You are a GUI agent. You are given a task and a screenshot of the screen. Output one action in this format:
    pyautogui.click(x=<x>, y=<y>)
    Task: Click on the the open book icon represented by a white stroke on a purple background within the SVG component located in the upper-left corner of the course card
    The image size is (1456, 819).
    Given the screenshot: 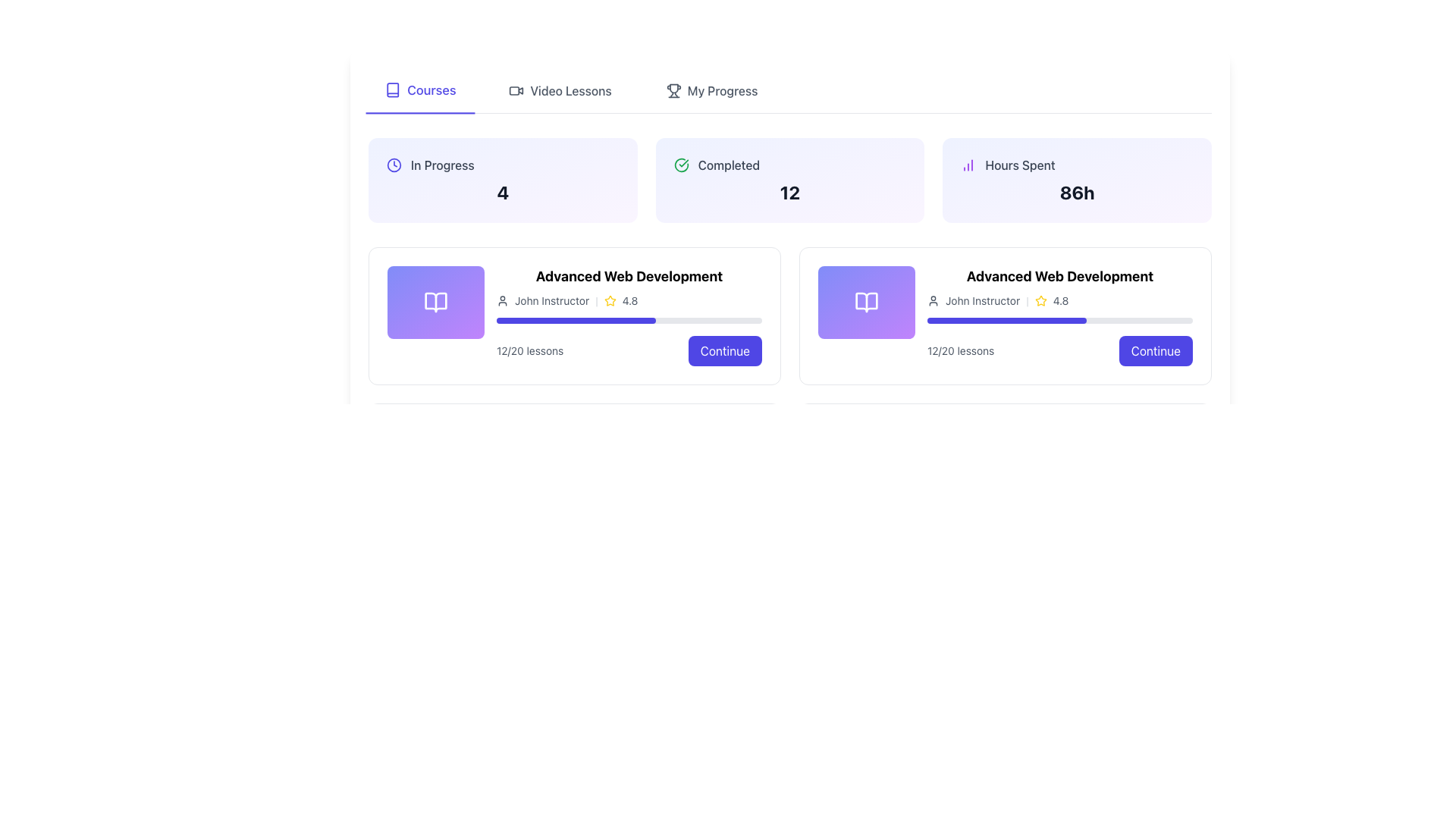 What is the action you would take?
    pyautogui.click(x=866, y=302)
    